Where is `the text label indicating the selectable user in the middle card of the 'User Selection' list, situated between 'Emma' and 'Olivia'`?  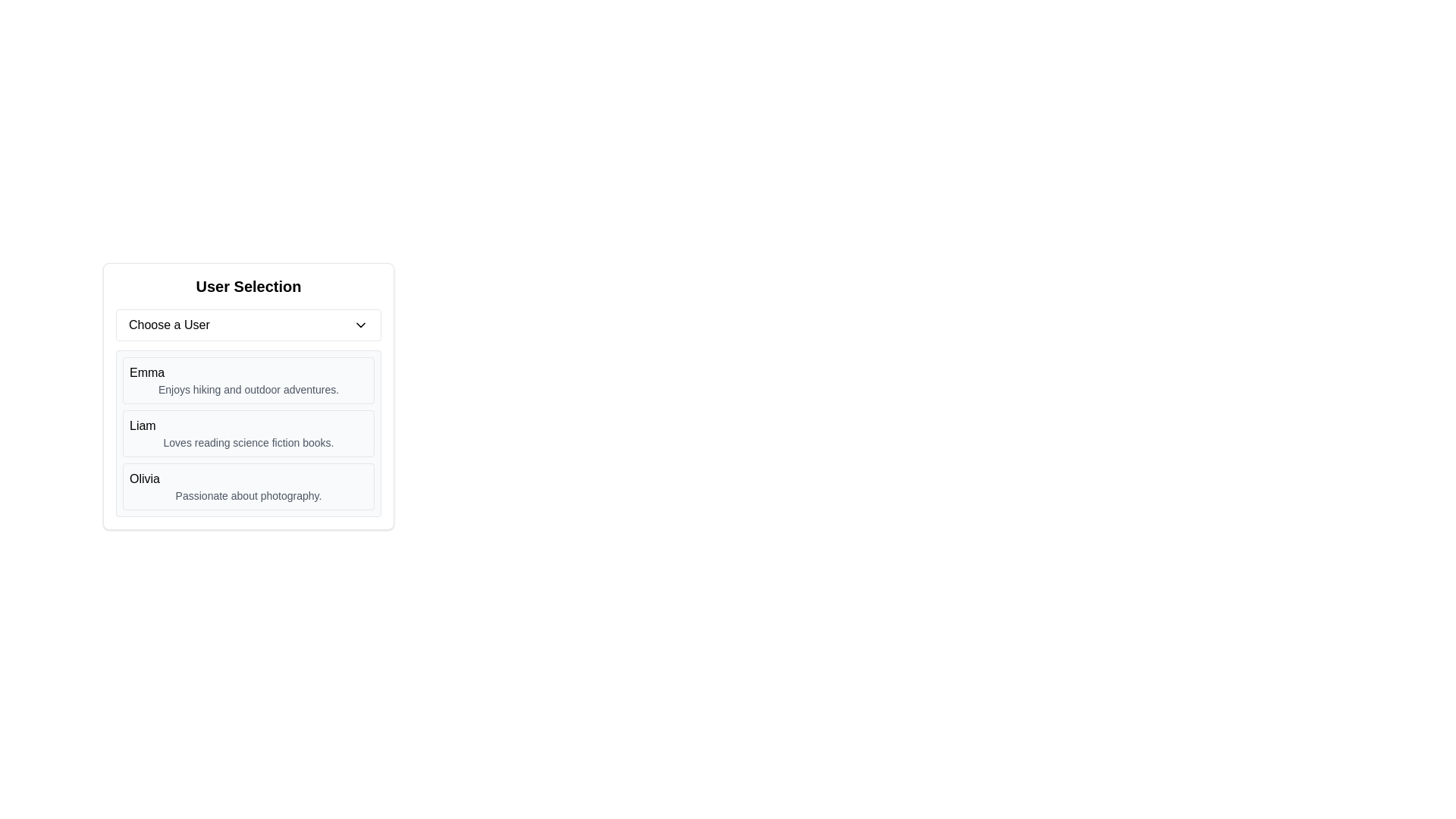
the text label indicating the selectable user in the middle card of the 'User Selection' list, situated between 'Emma' and 'Olivia' is located at coordinates (143, 426).